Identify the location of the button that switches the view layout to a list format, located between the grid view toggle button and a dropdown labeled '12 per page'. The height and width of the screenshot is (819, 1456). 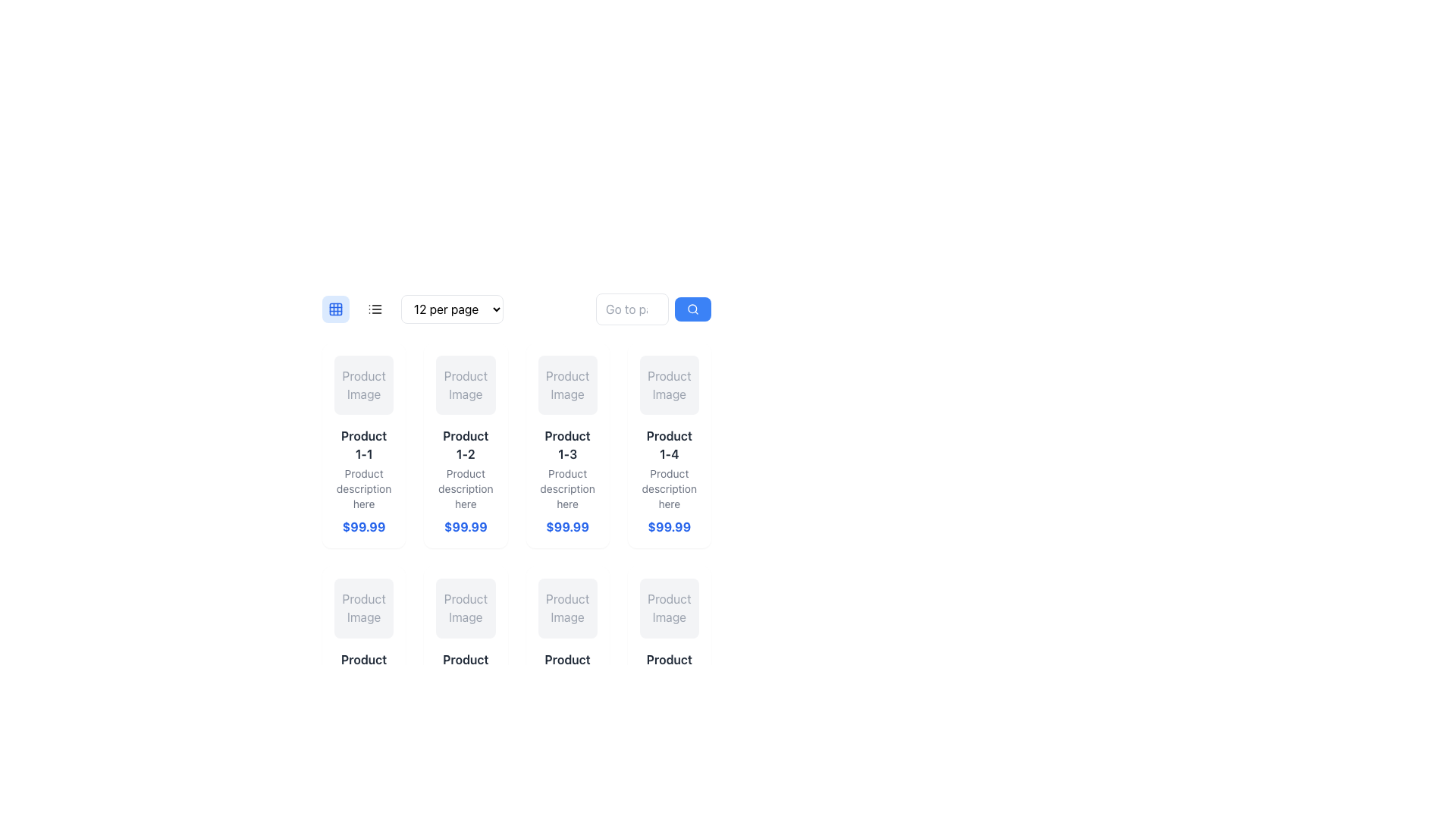
(375, 309).